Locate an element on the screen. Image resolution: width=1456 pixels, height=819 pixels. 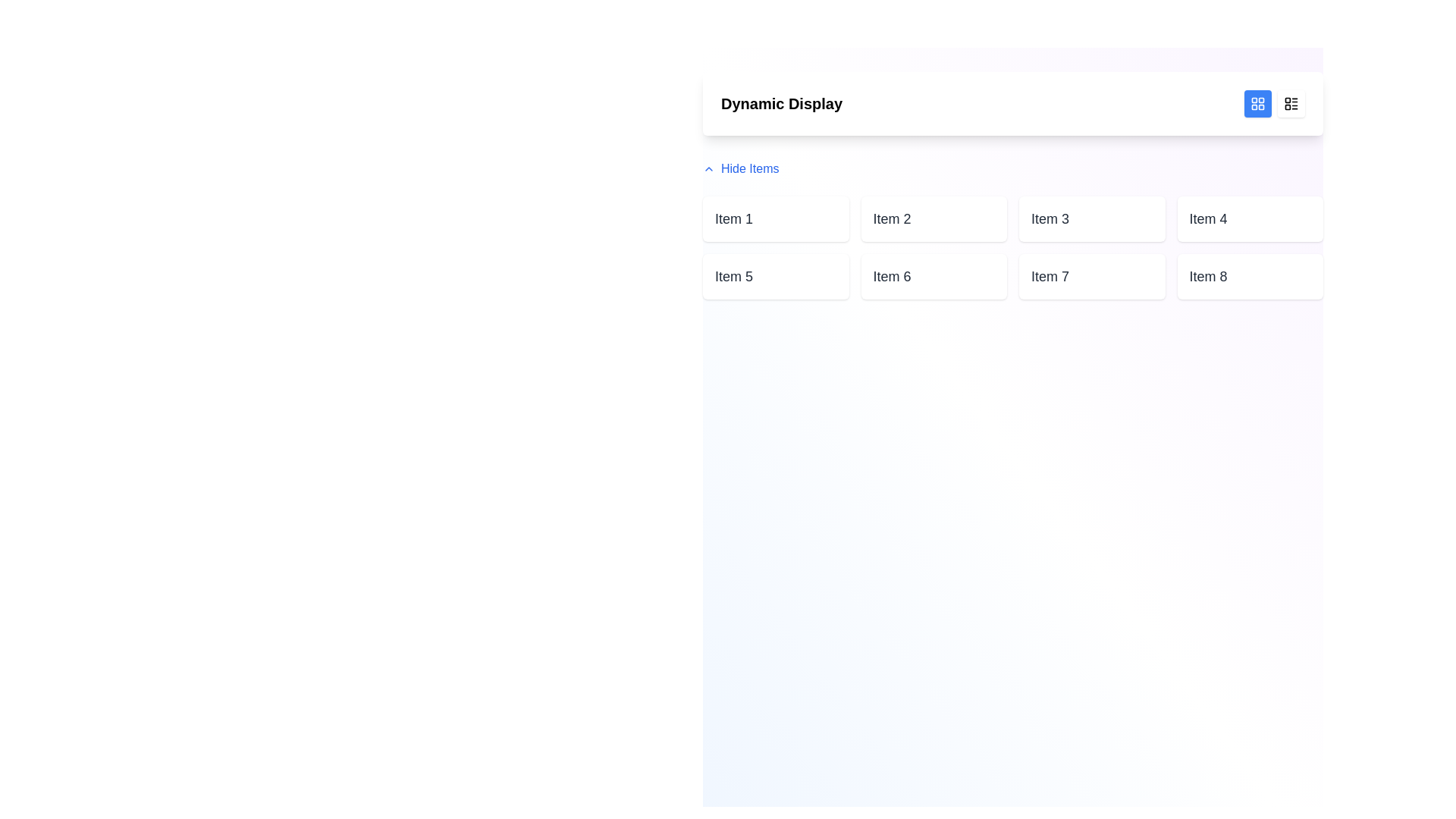
the Card or Button representing 'Item 6', located in the second row, second column of the grid layout, positioned between 'Item 5' and 'Item 7' is located at coordinates (933, 277).